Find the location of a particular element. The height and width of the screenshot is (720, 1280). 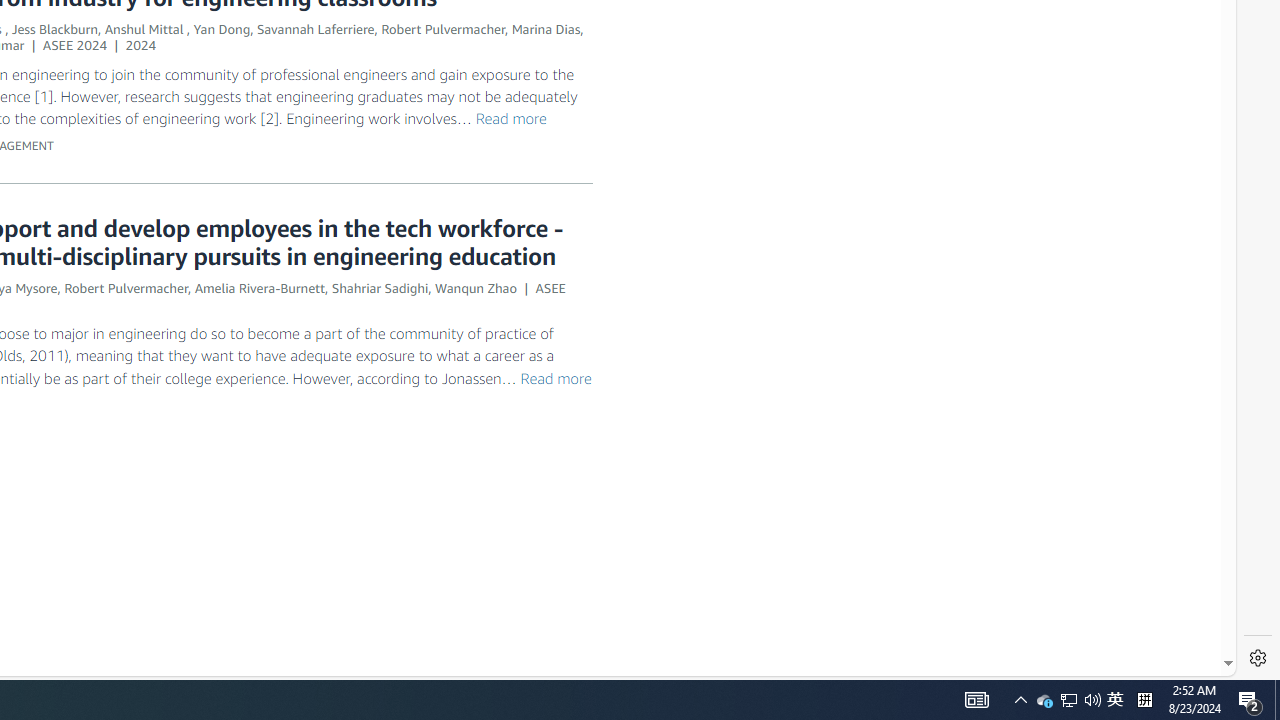

'Amelia Rivera-Burnett' is located at coordinates (259, 288).